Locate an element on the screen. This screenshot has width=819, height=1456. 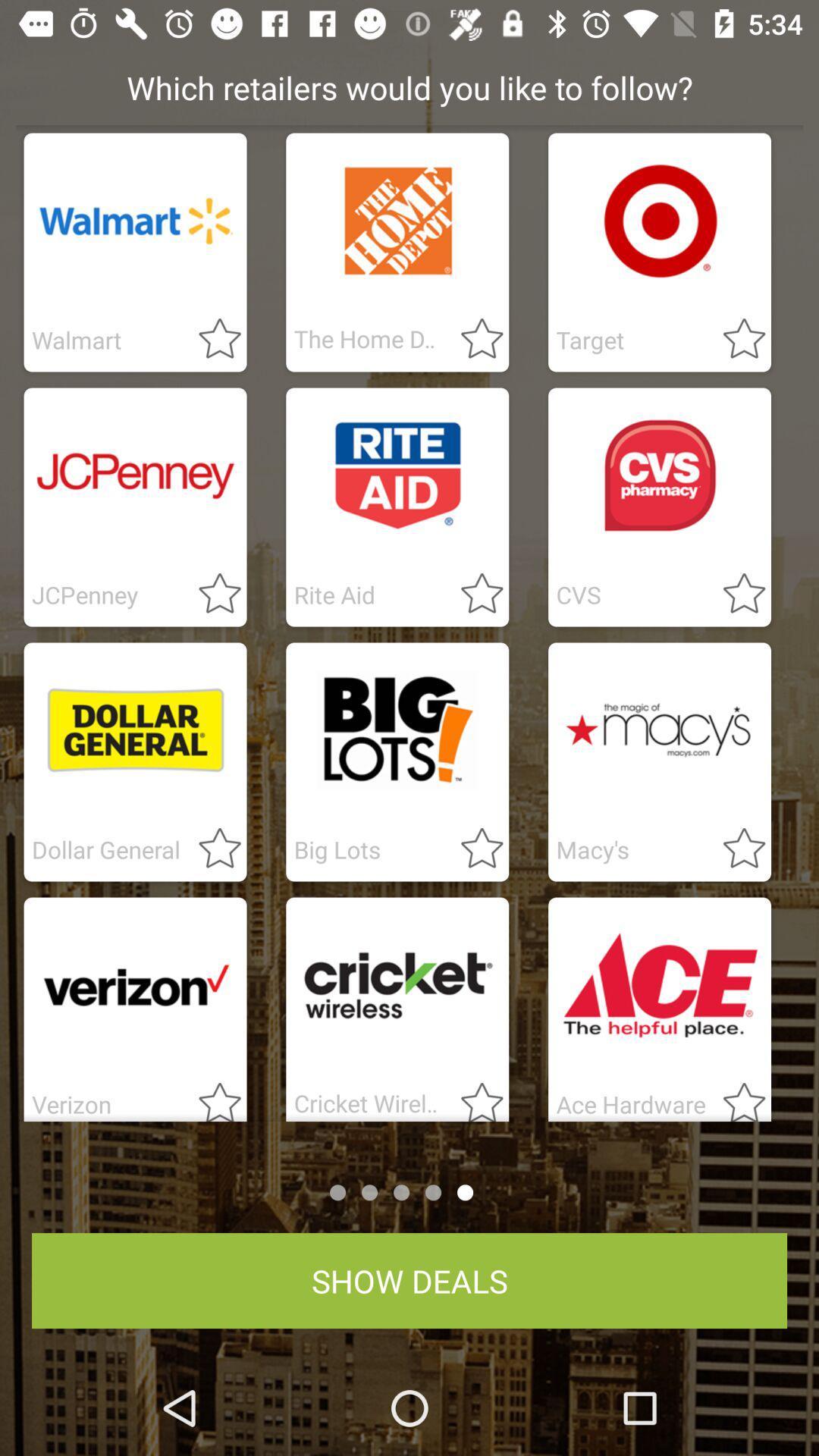
show deals is located at coordinates (409, 1280).